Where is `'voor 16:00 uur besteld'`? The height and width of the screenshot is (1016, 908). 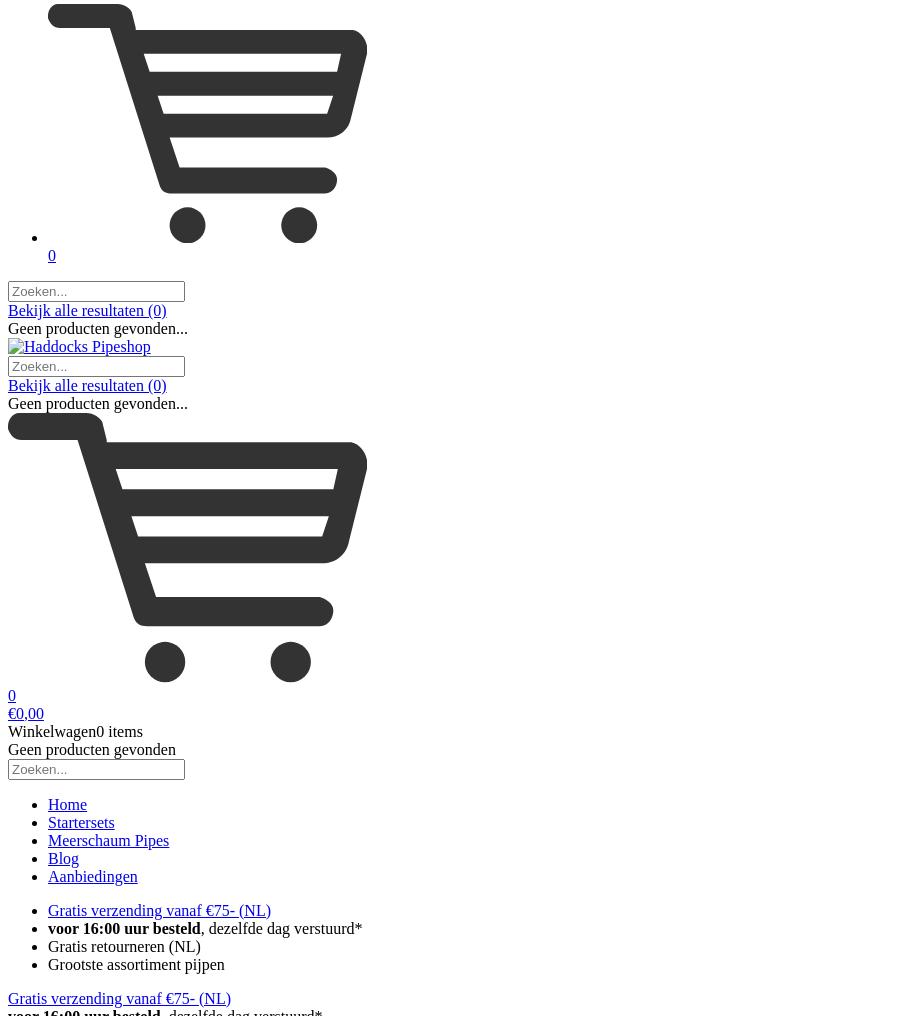
'voor 16:00 uur besteld' is located at coordinates (124, 926).